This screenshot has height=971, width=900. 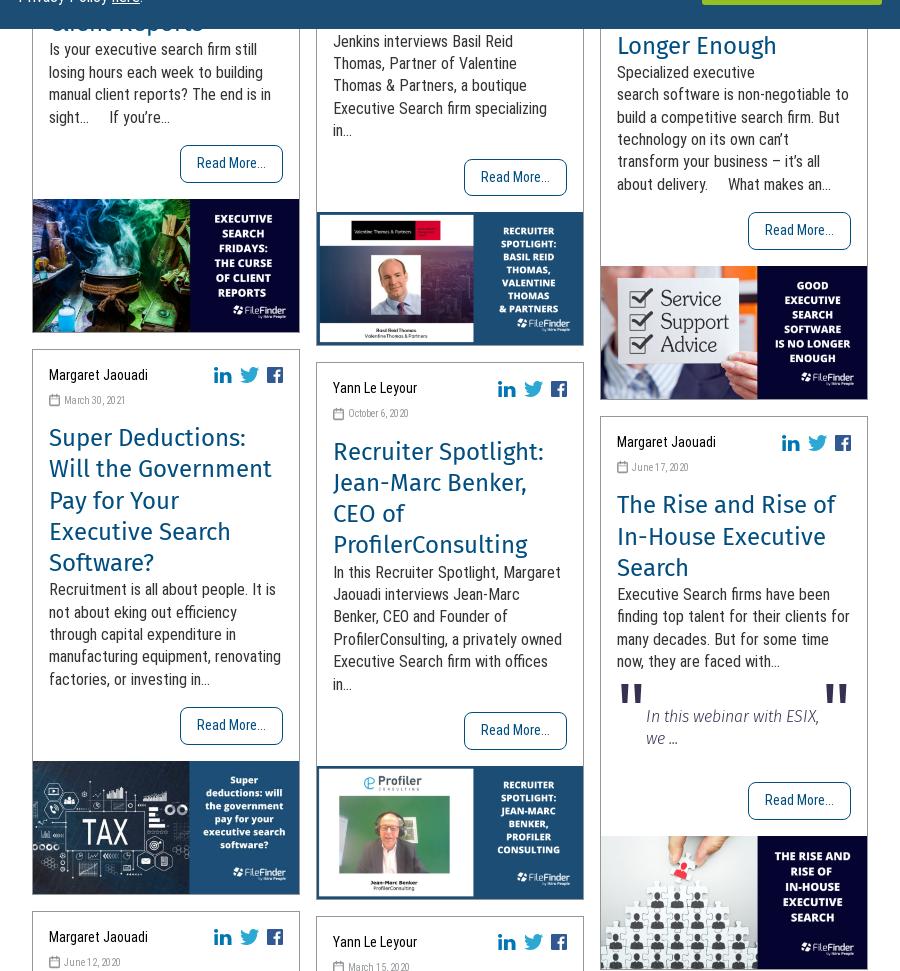 What do you see at coordinates (617, 626) in the screenshot?
I see `'Executive Search firms have been finding top talent for their clients for many decades. But for some time now, they are faced with...'` at bounding box center [617, 626].